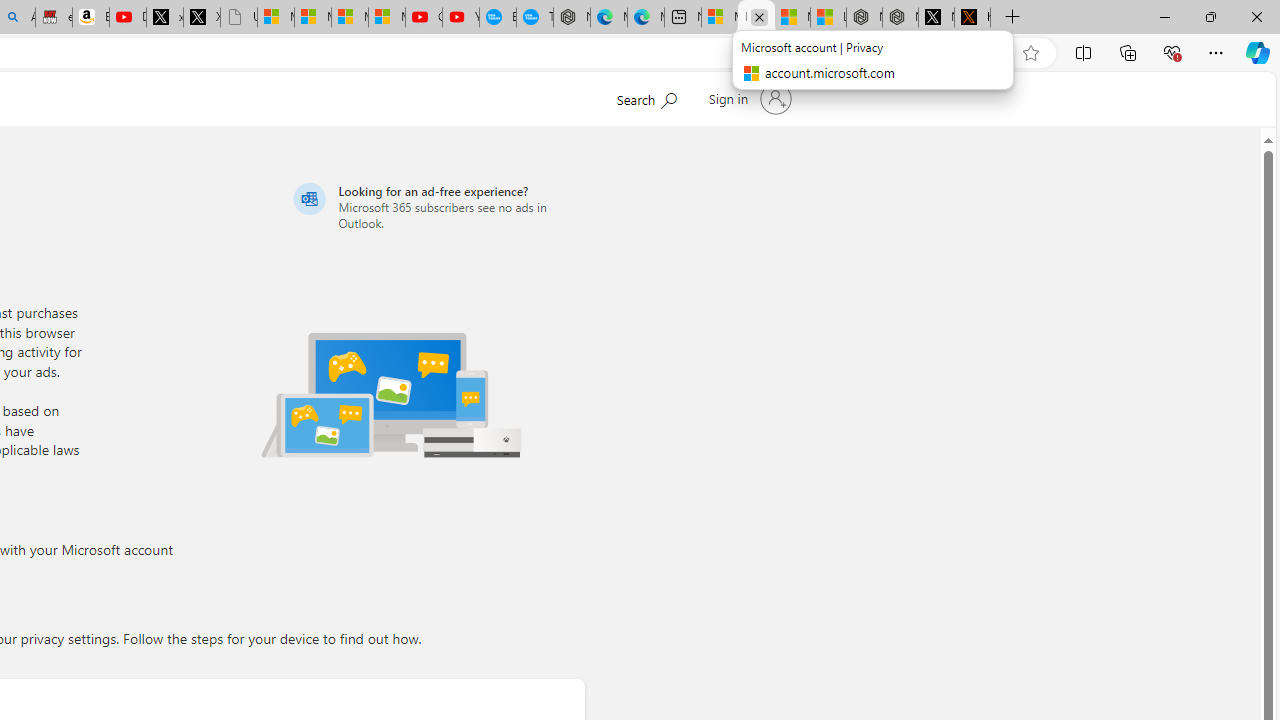  What do you see at coordinates (535, 17) in the screenshot?
I see `'The most popular Google '` at bounding box center [535, 17].